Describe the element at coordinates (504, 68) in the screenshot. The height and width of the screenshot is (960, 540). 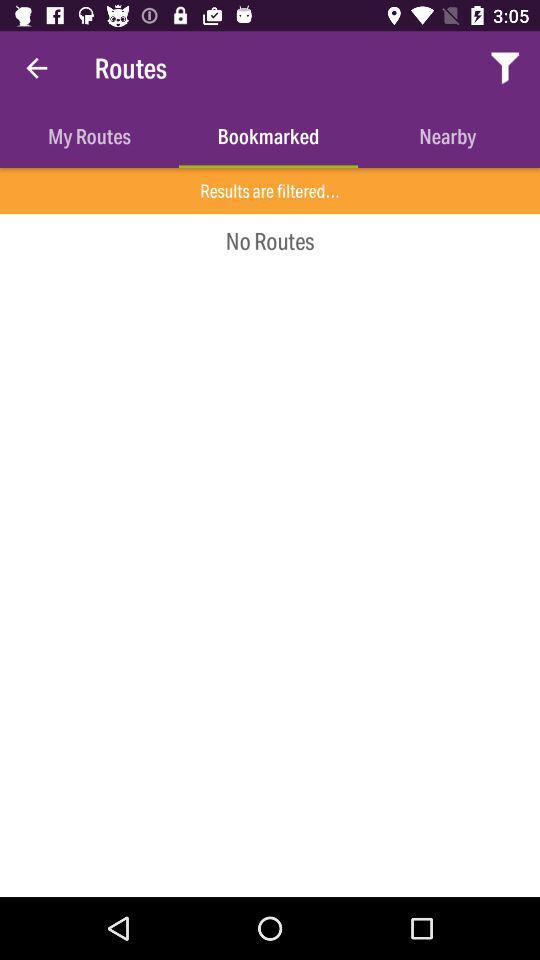
I see `the icon to the right of routes item` at that location.